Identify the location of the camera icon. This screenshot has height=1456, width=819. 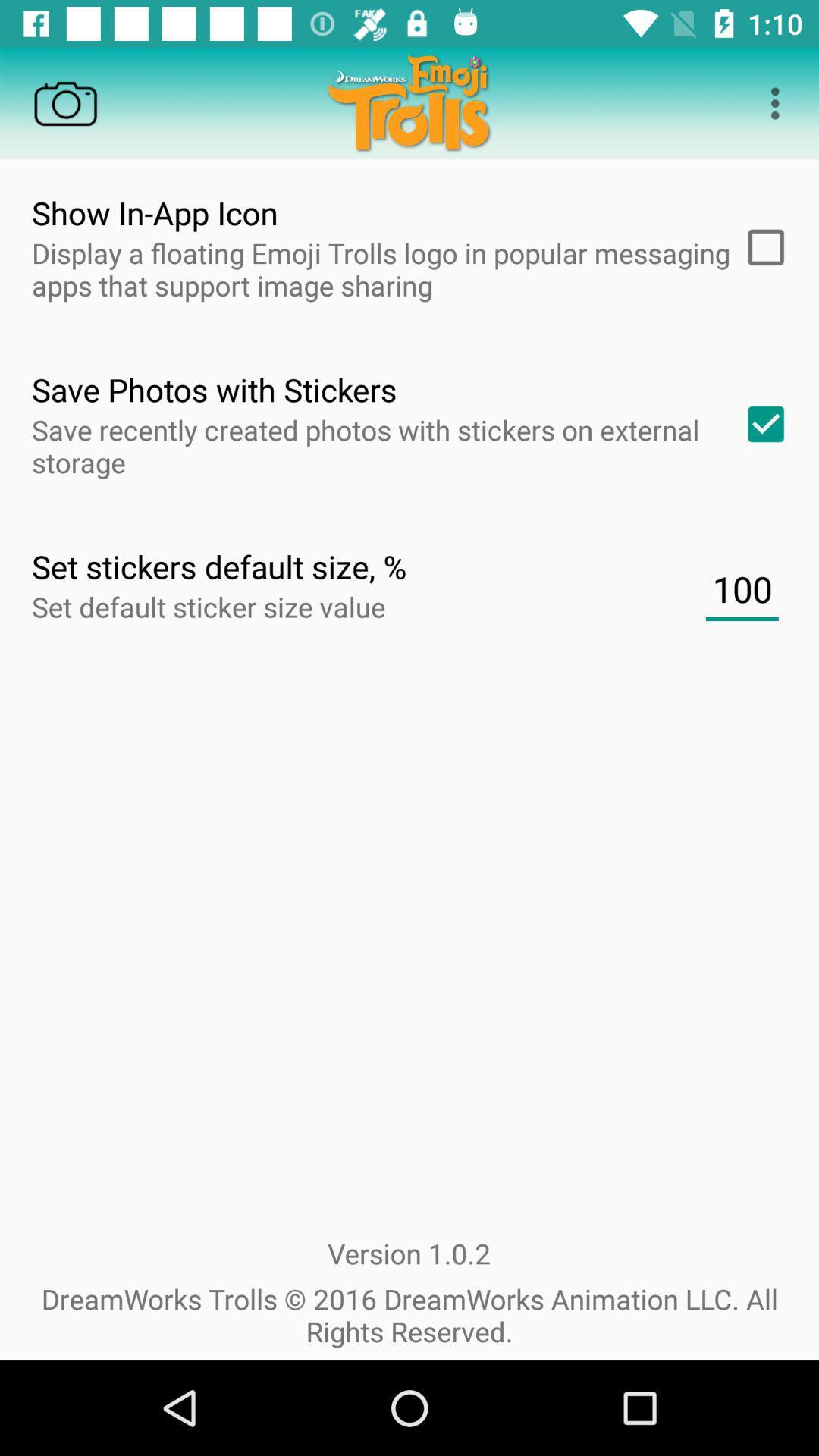
(64, 102).